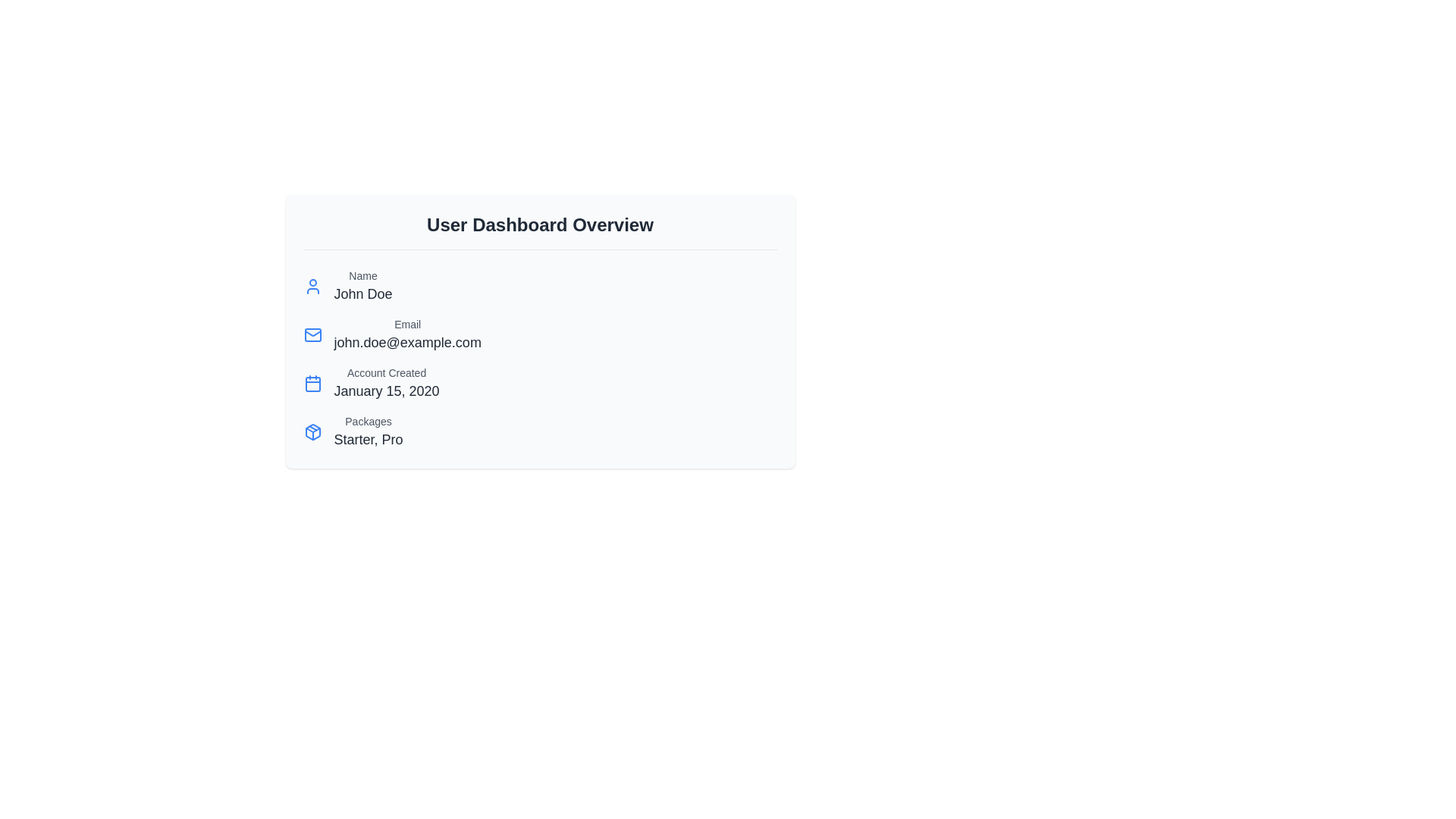 The image size is (1456, 819). Describe the element at coordinates (362, 294) in the screenshot. I see `the 'John Doe' text label` at that location.